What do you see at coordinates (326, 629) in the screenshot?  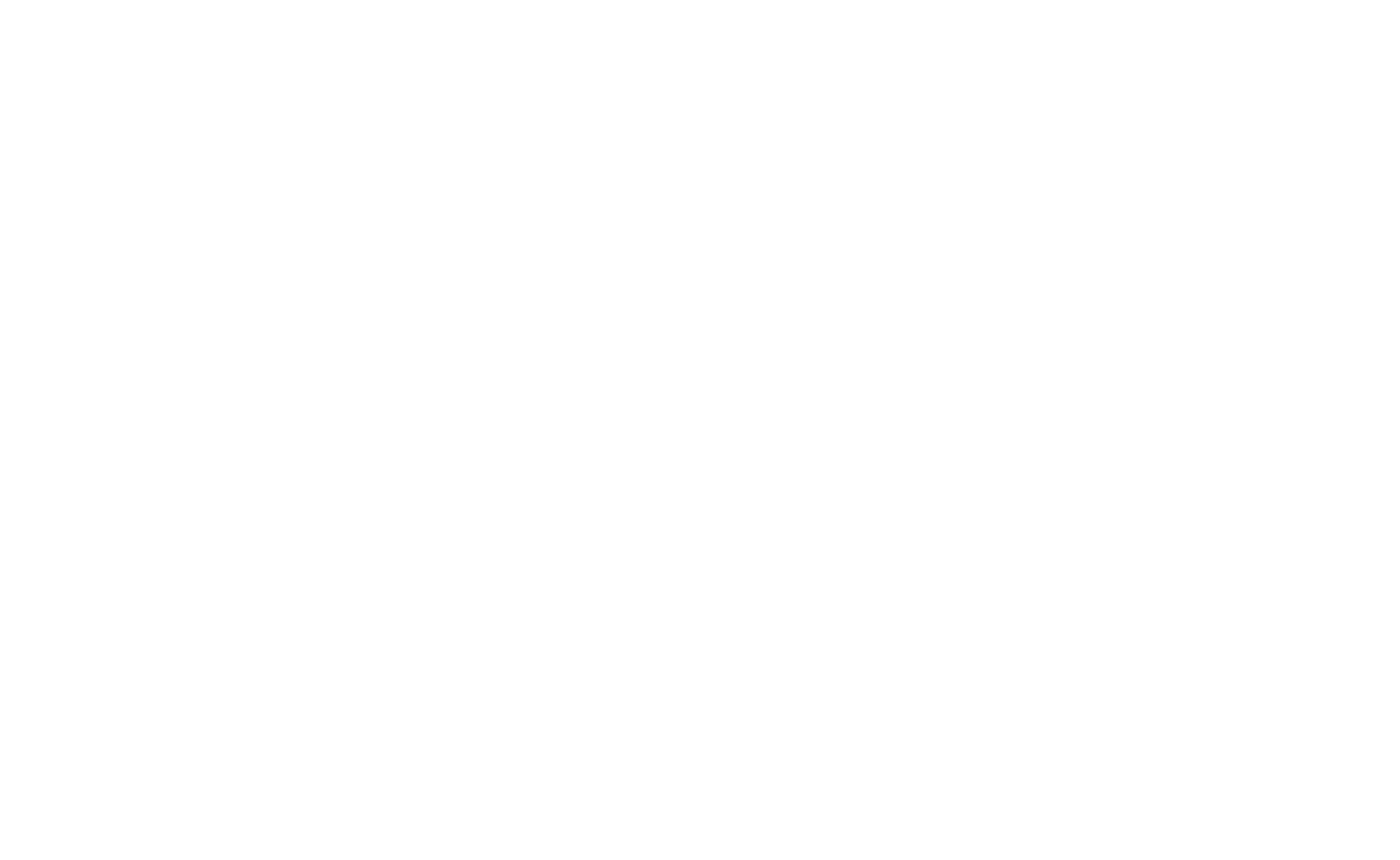 I see `'Lundqvist Savoring “Special” Hockey Hall of Fame Weekend'` at bounding box center [326, 629].